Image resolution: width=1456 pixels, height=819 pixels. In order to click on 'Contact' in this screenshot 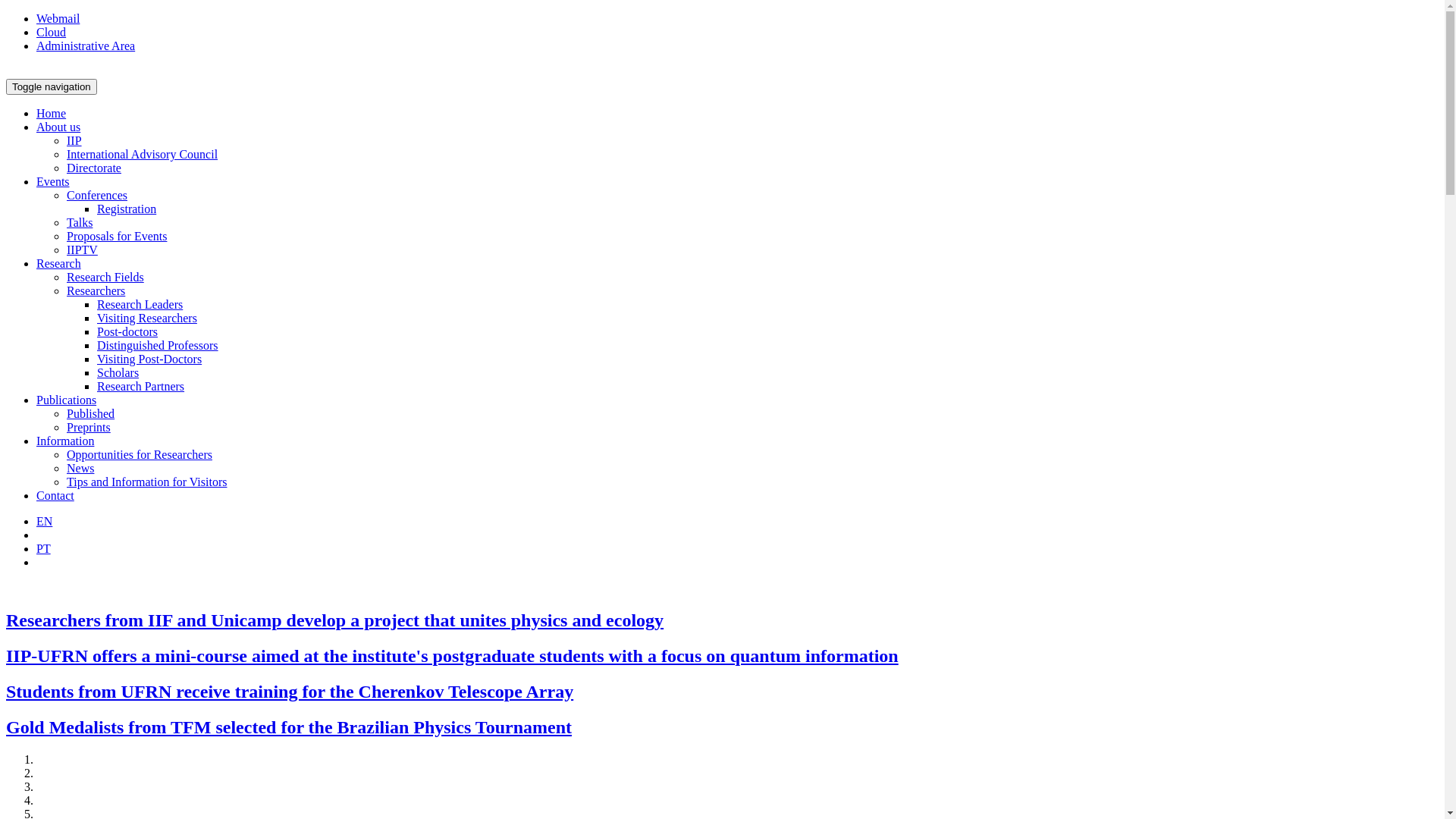, I will do `click(55, 495)`.